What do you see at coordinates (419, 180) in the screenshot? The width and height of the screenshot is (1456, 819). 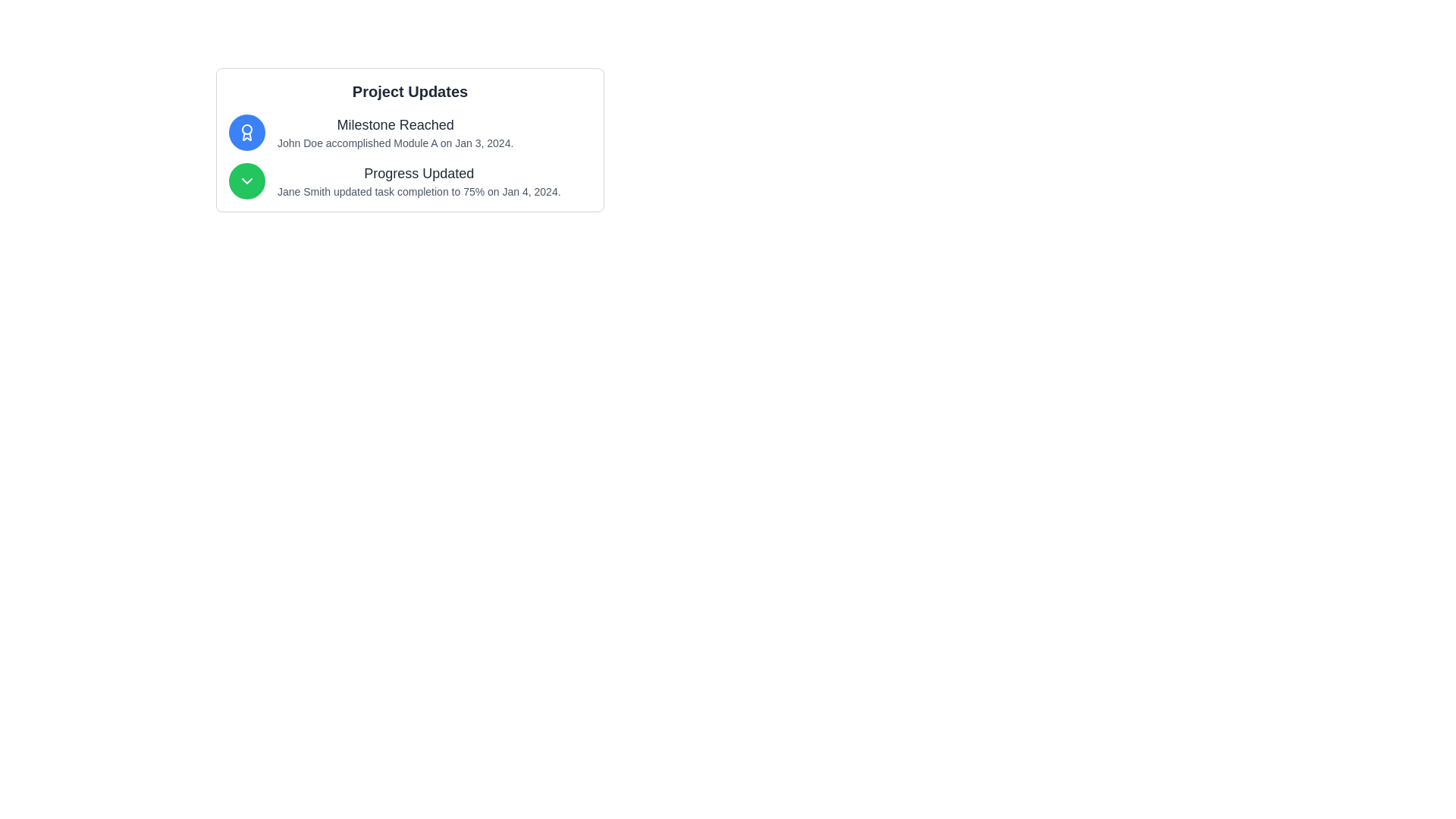 I see `the second update entry in the lower section of the card that informs the user about a recent update regarding task progress` at bounding box center [419, 180].